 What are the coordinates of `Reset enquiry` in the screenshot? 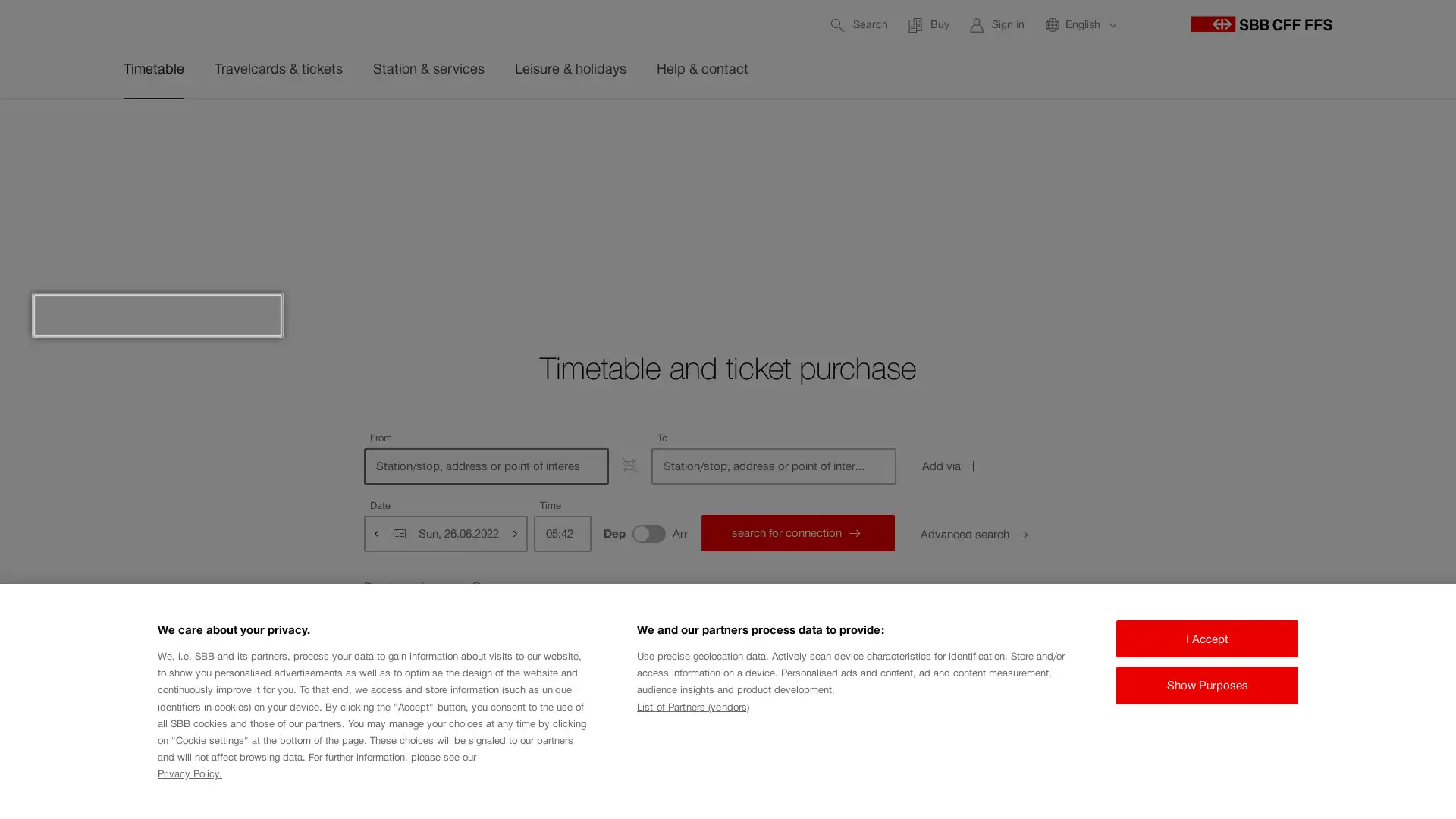 It's located at (425, 587).